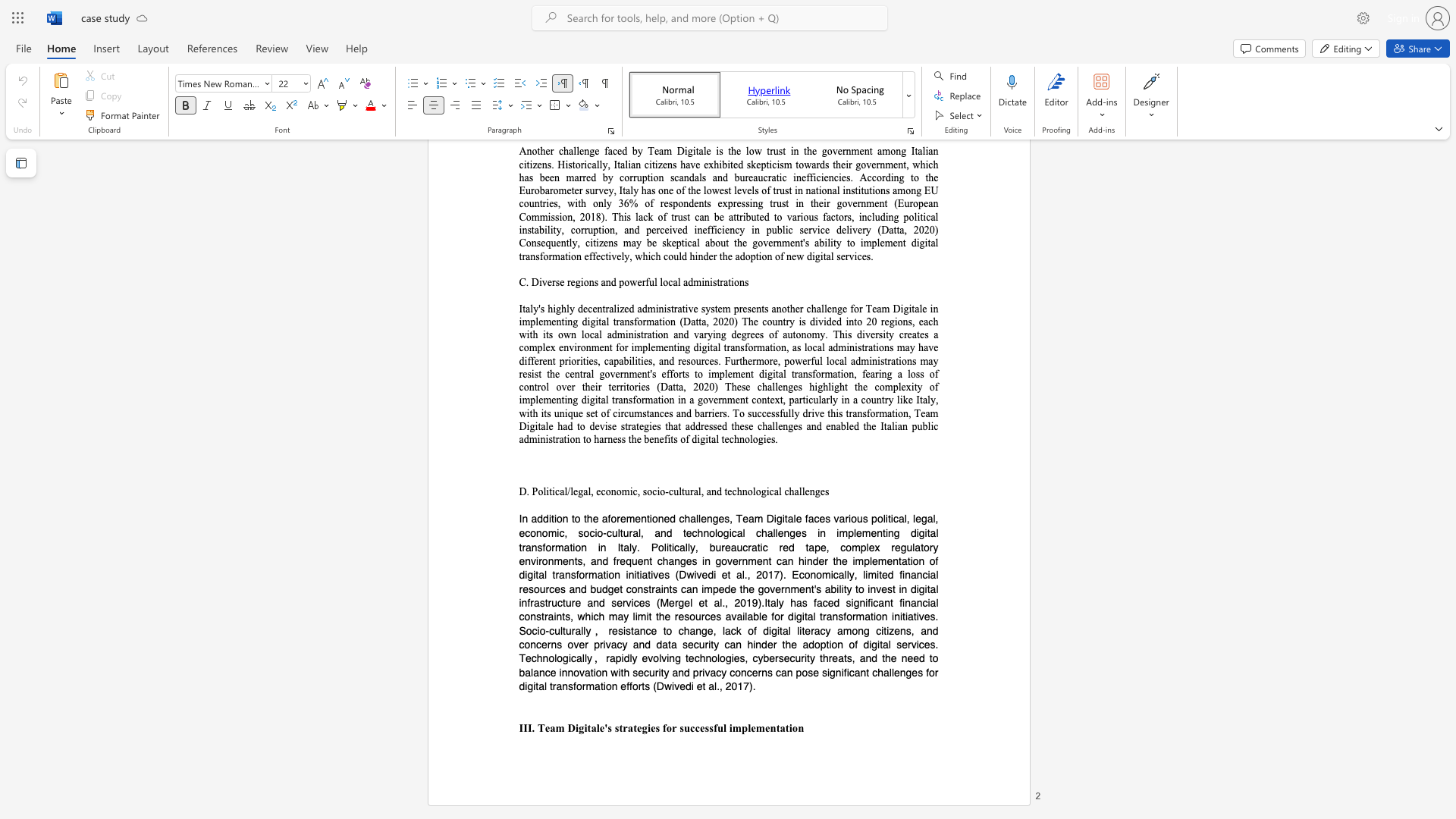  Describe the element at coordinates (689, 617) in the screenshot. I see `the subset text "ources available for dig" within the text "l infrastructure and services (Mergel et al., 2019).Italy has faced significant financial constraints, which may limit the resources available for digital transformation initiatives. Socio-culturally"` at that location.